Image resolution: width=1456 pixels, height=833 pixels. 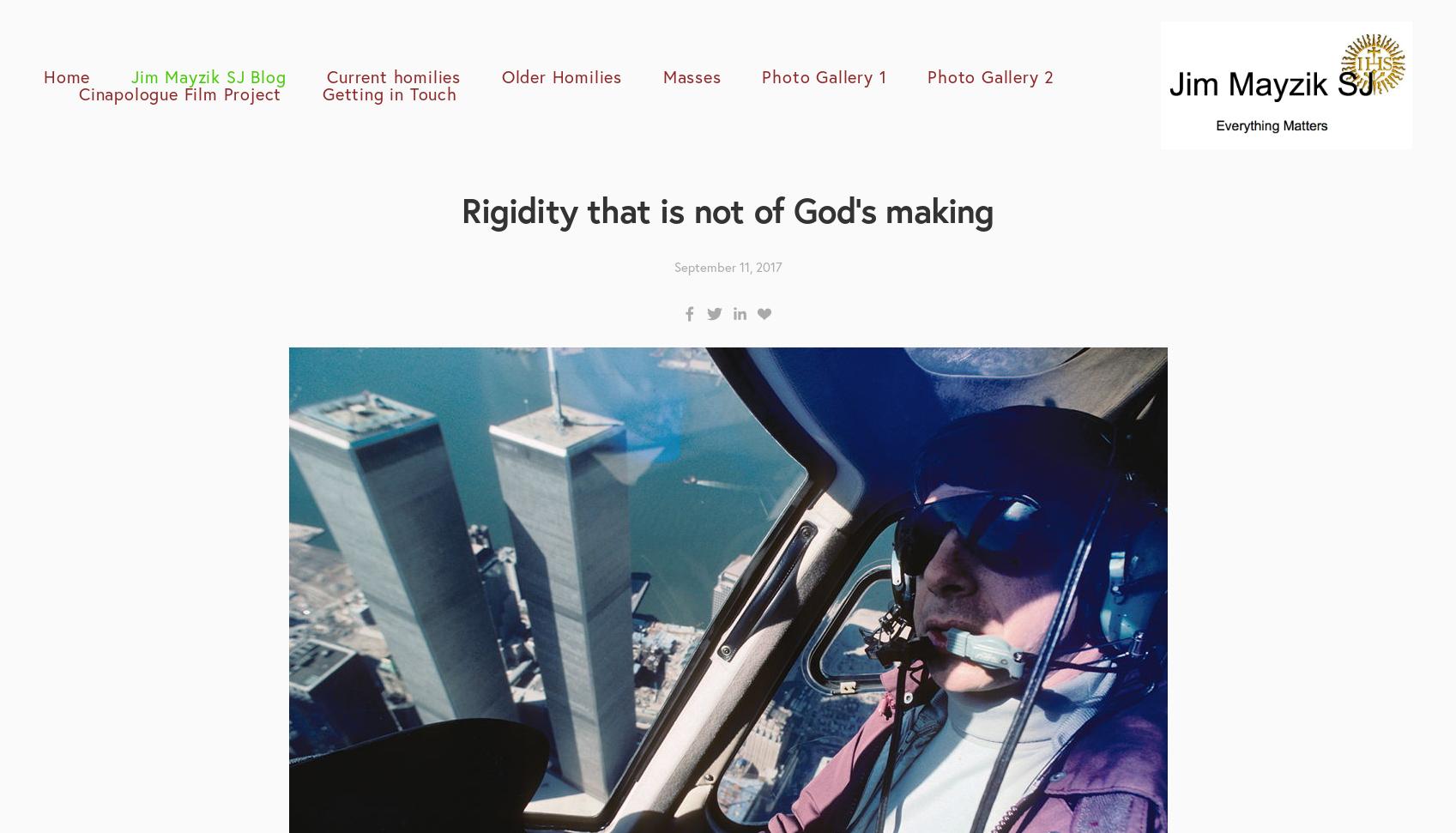 I want to click on 'Home', so click(x=66, y=75).